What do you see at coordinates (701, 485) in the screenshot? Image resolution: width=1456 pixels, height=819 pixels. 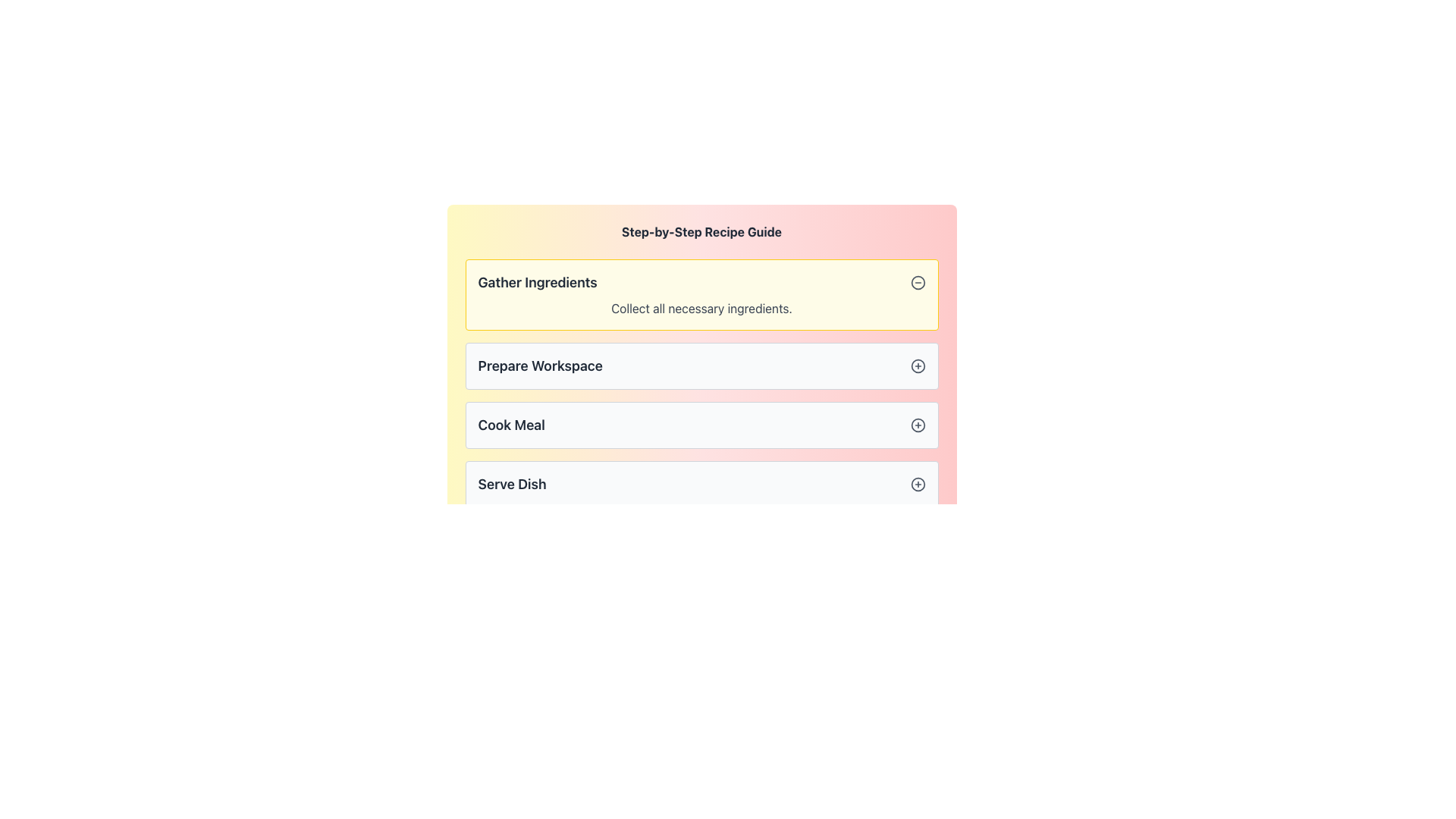 I see `the collapsible list item component titled 'Serve Dish' which is the last item in the 'Step-by-Step Recipe Guide', featuring a light gray background with a plus sign button` at bounding box center [701, 485].